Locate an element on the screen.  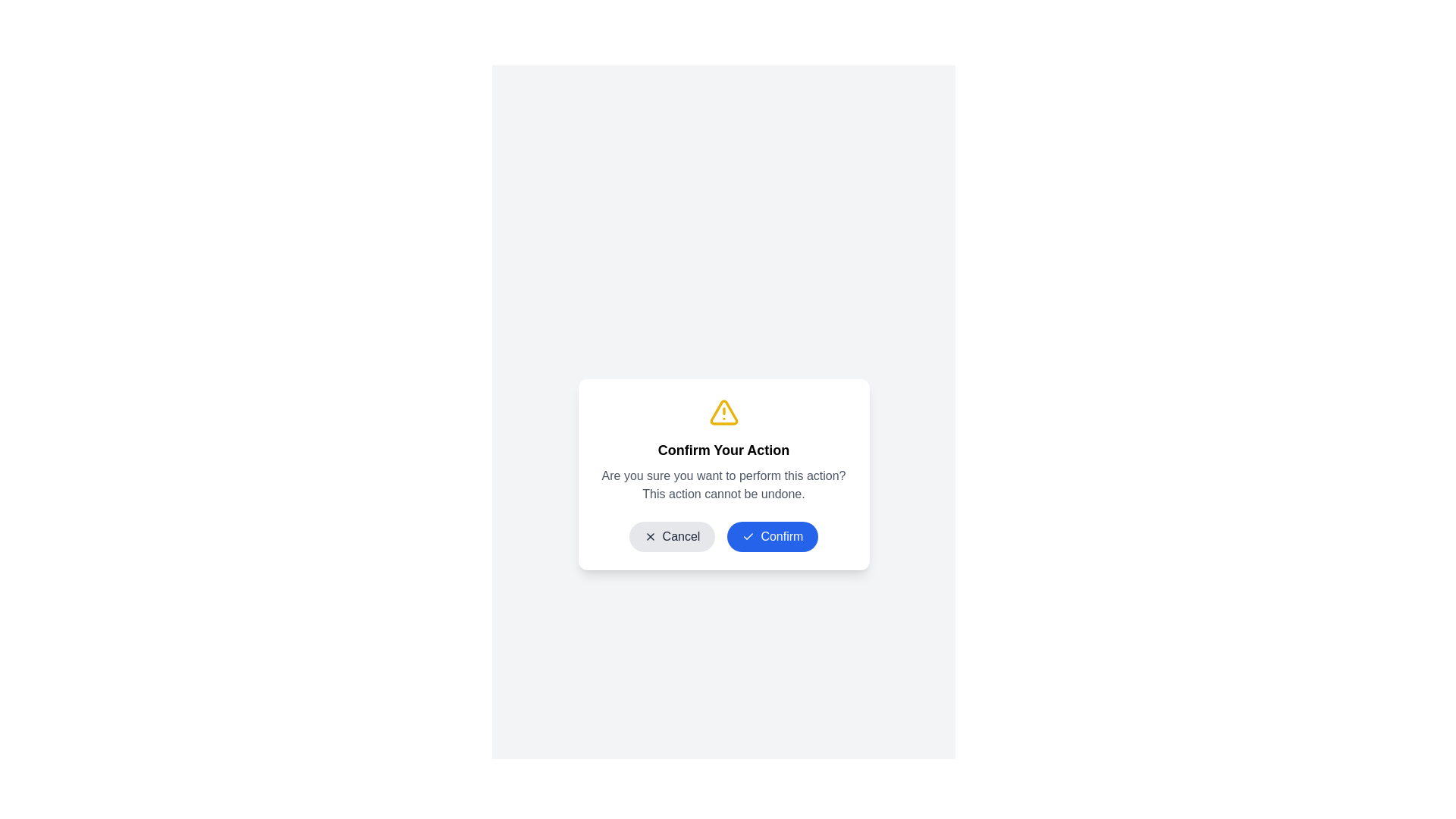
the Heading Text element that reads 'Confirm Your Action', which is a bold, large-font text located centrally in the dialog box, below a yellow warning icon is located at coordinates (723, 450).